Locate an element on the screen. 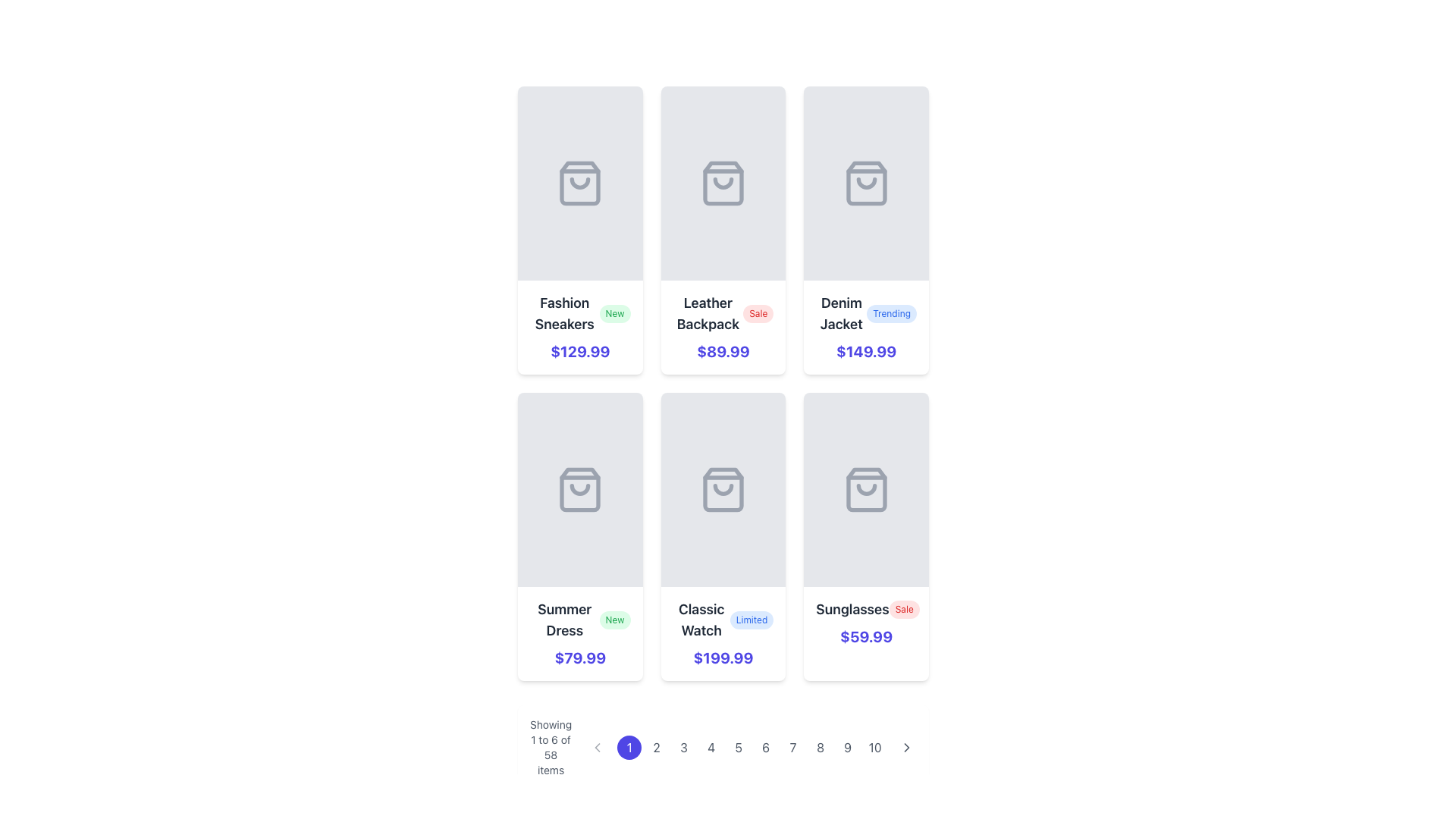  the text content of the product title located in the top row, third column of the product card, positioned above the price and next to the 'Trending' badge is located at coordinates (840, 312).